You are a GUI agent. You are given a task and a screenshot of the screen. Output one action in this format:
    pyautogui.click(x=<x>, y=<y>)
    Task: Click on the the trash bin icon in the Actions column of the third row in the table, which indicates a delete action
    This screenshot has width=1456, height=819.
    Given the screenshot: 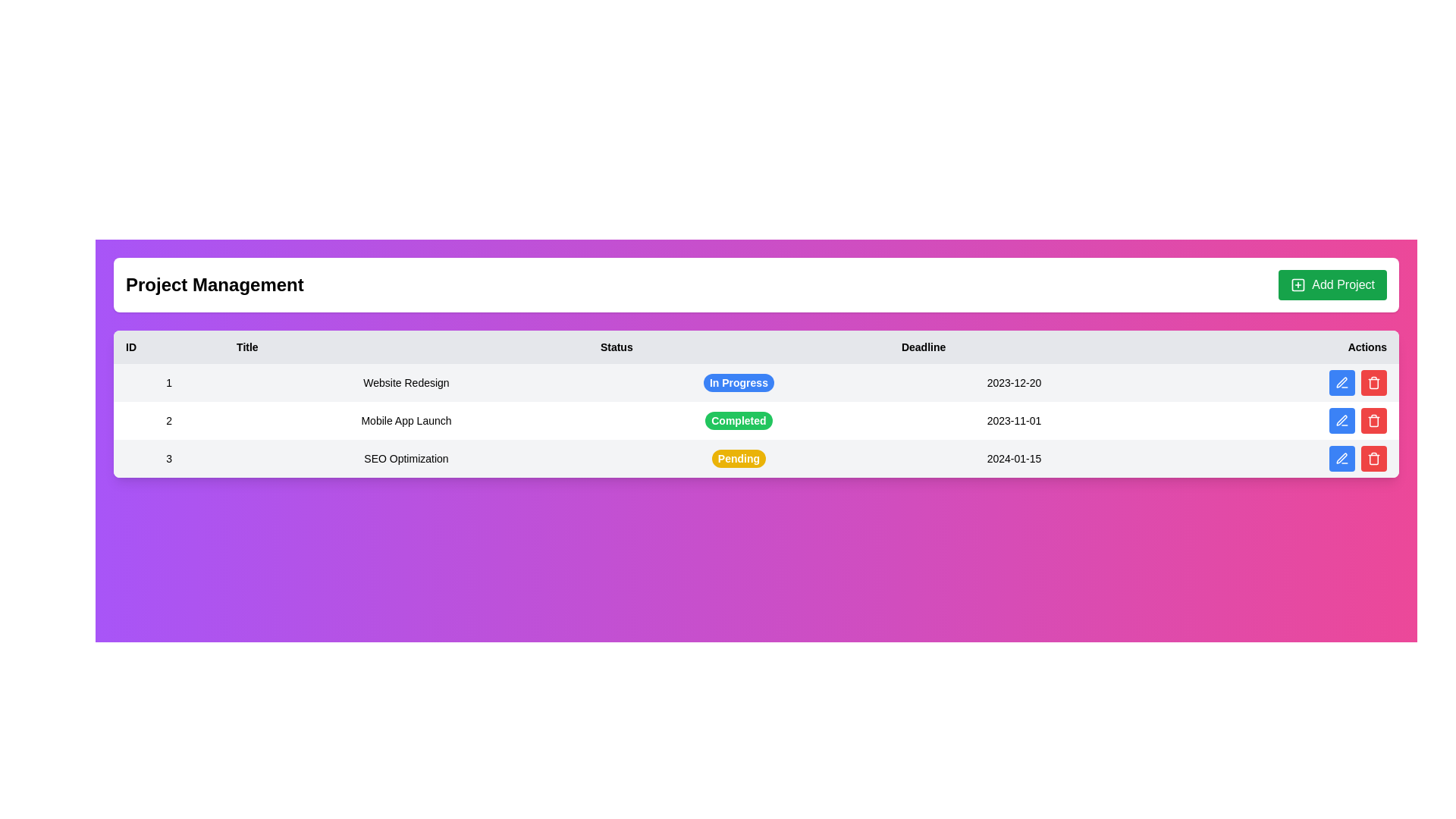 What is the action you would take?
    pyautogui.click(x=1373, y=422)
    